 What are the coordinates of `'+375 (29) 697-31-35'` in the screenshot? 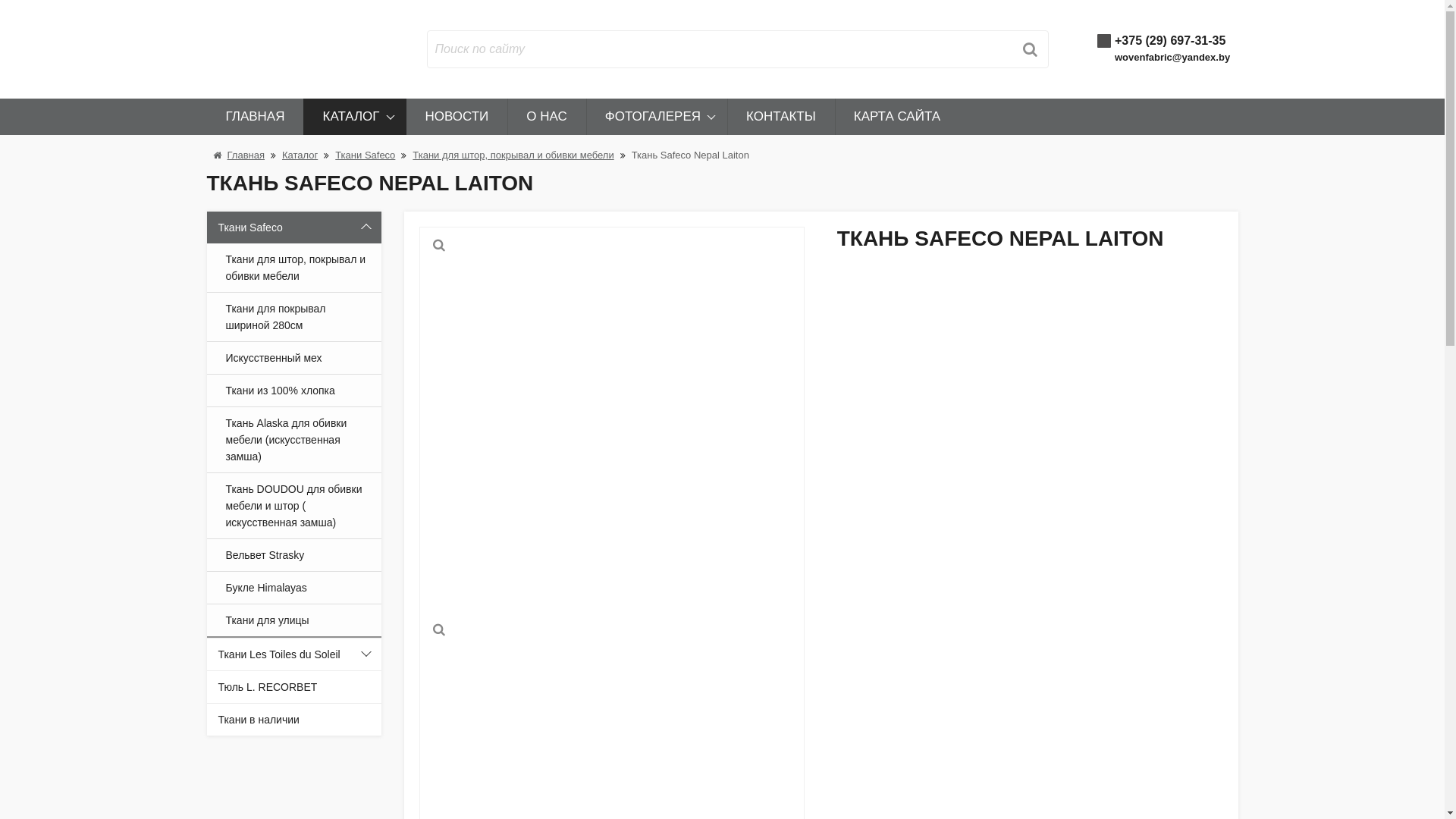 It's located at (1169, 39).